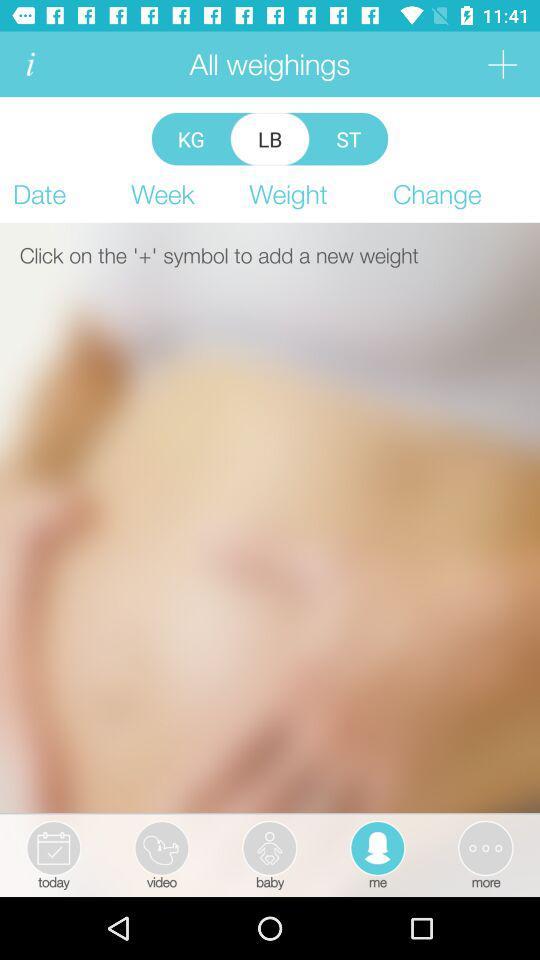 This screenshot has height=960, width=540. I want to click on another weighing, so click(501, 64).